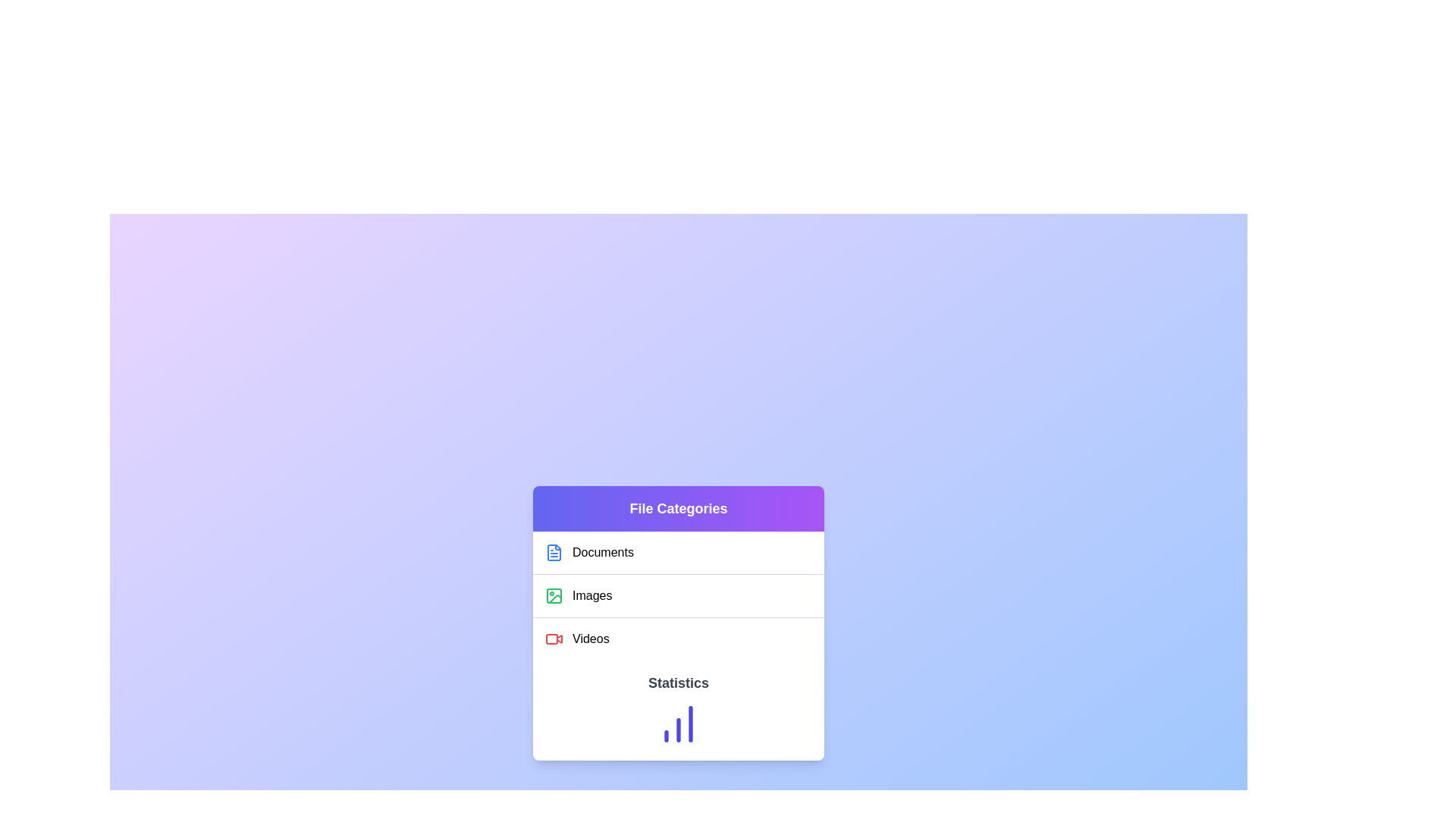  Describe the element at coordinates (677, 638) in the screenshot. I see `the 'Videos' category list item` at that location.